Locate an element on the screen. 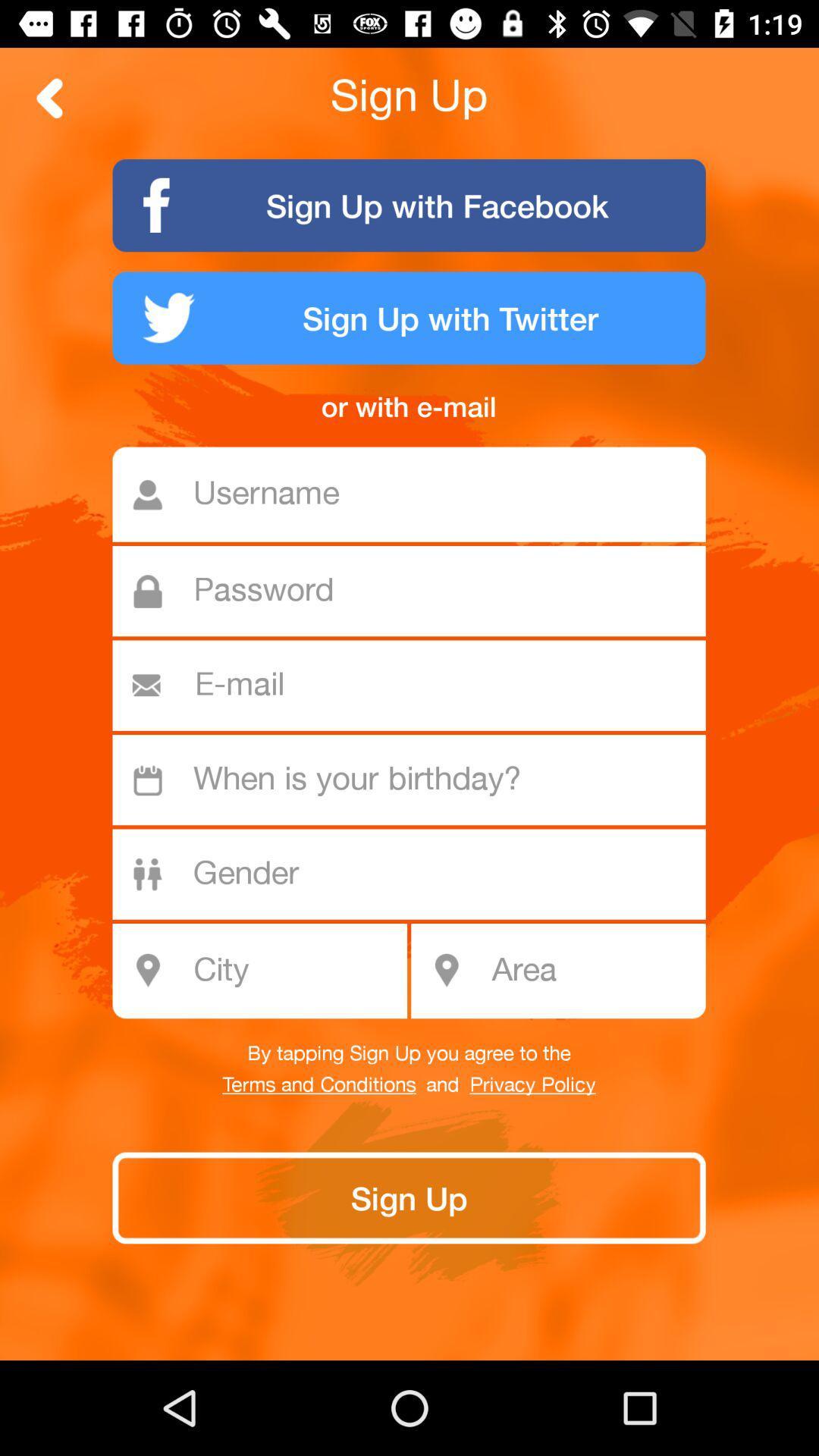  the item below the by tapping sign is located at coordinates (532, 1084).